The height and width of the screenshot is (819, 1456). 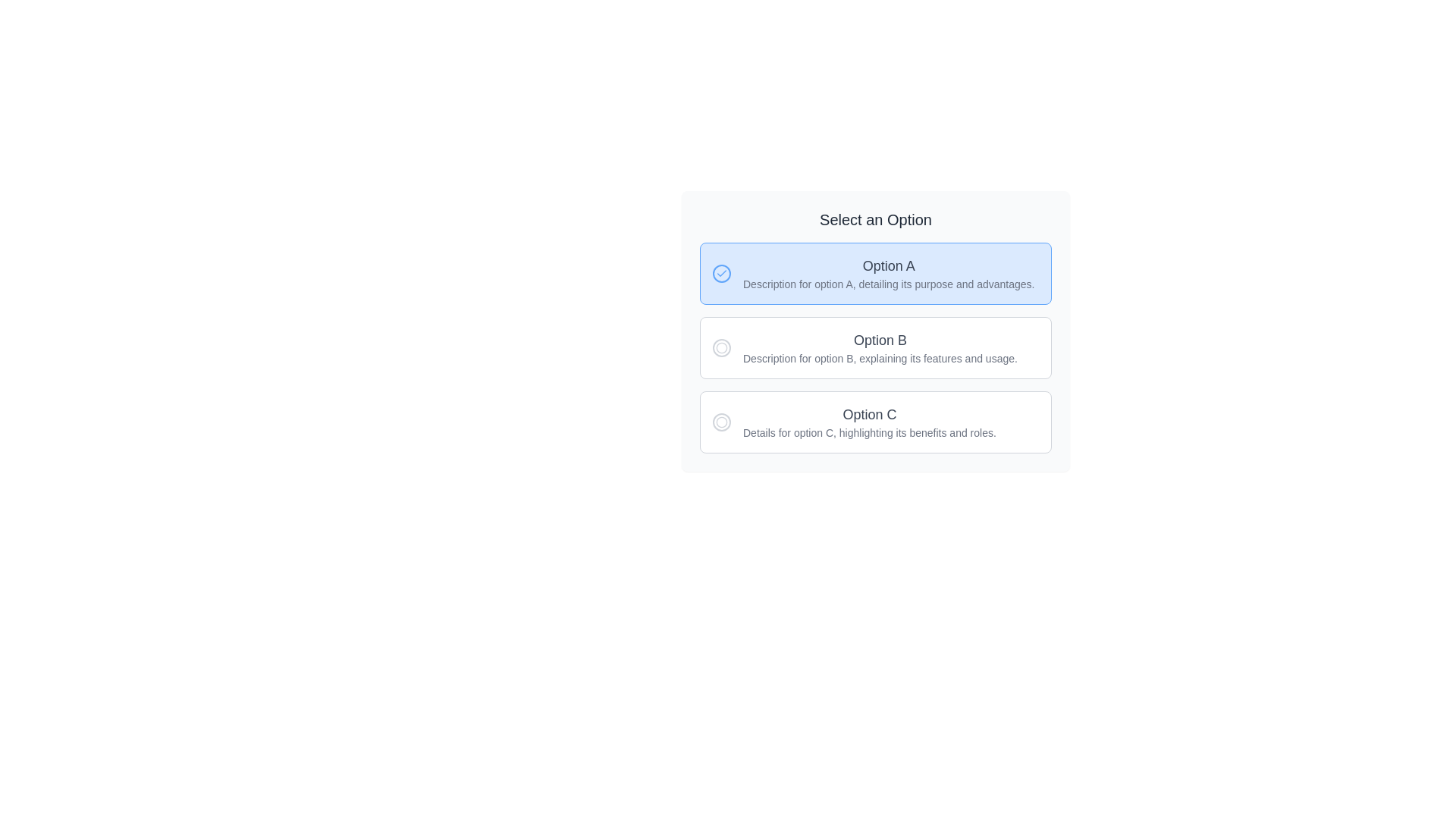 I want to click on the 'Option A' text label, which serves as the title for the first selectable option in the list, so click(x=889, y=265).